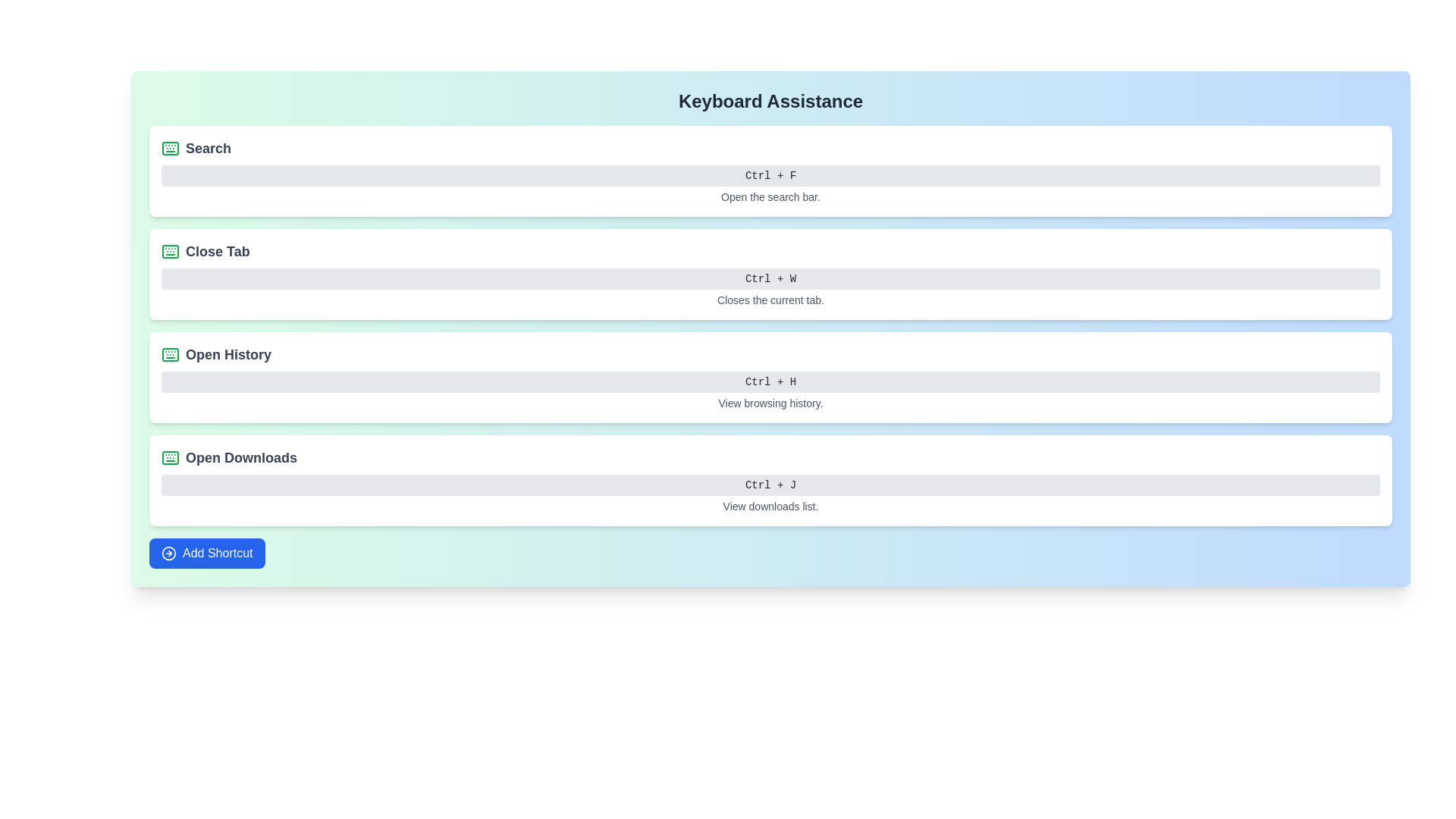 The height and width of the screenshot is (819, 1456). Describe the element at coordinates (770, 300) in the screenshot. I see `the description text that clarifies the function of the shortcut 'Ctrl + W' for closing the current tab, which is located underneath the title 'Close Tab'` at that location.